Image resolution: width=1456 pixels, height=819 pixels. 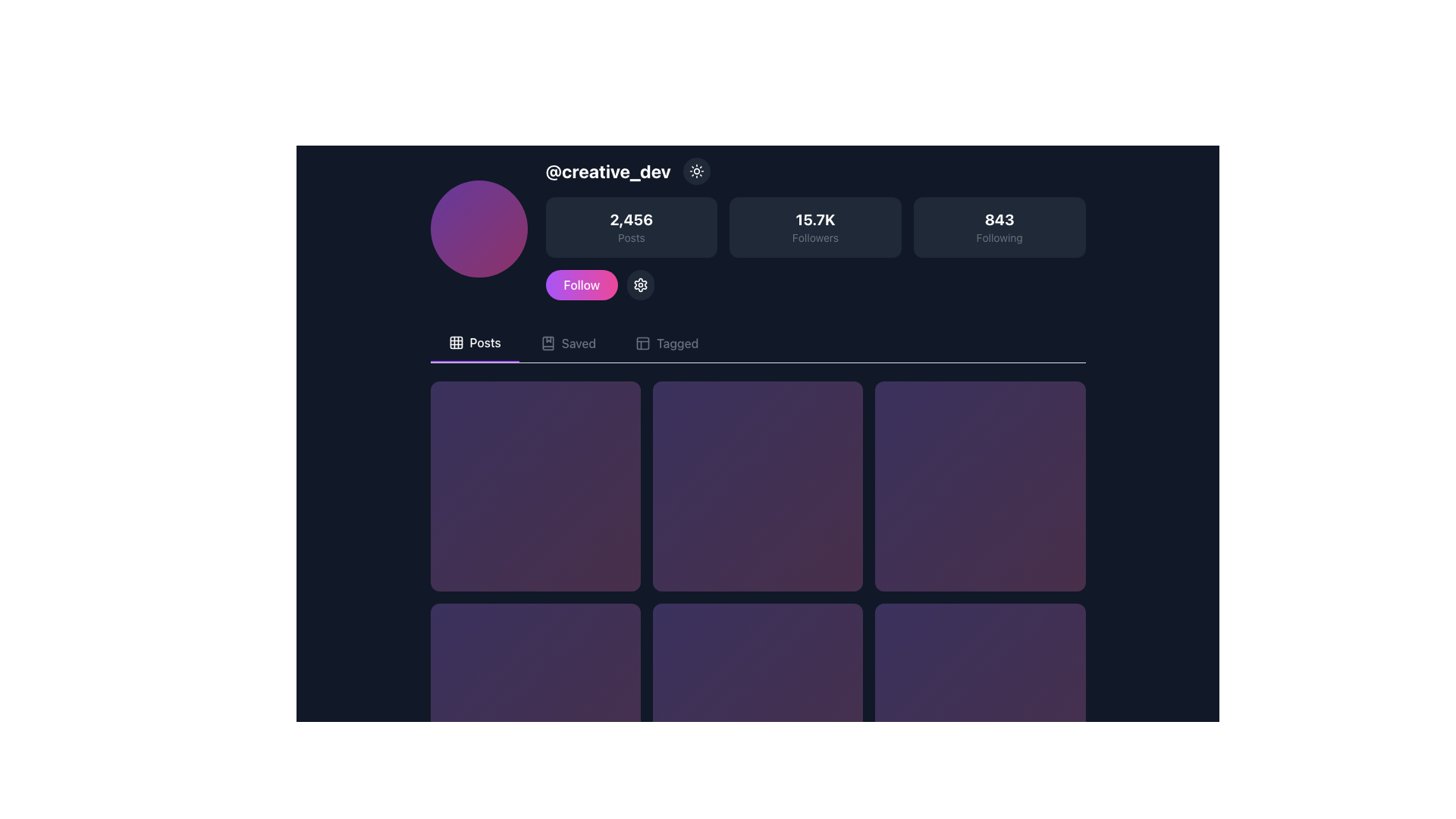 I want to click on the vertical bookmark icon located within the category selection bar, immediately to the left of the 'Saved' title, so click(x=547, y=343).